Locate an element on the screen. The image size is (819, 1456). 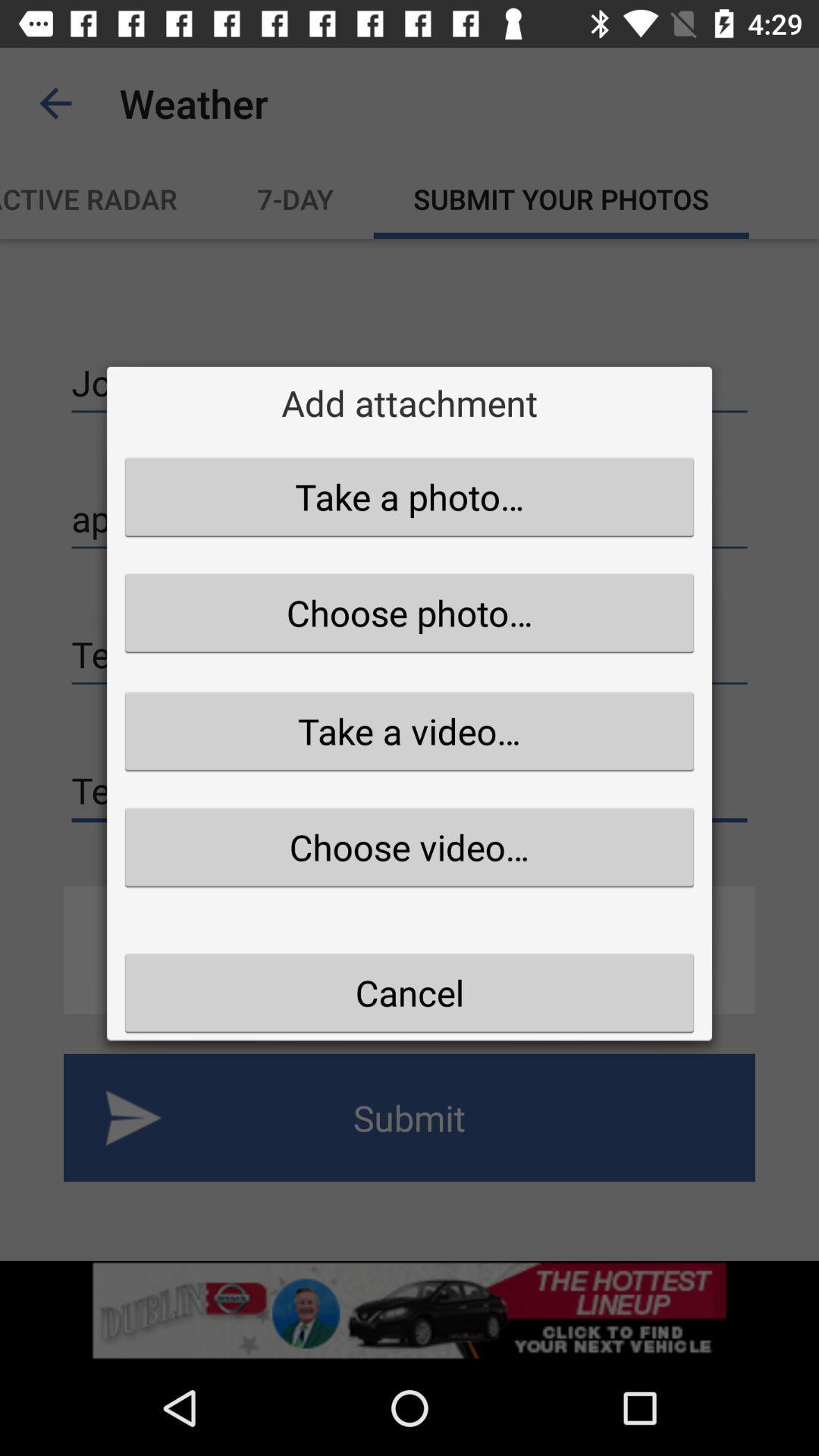
the cancel icon is located at coordinates (409, 993).